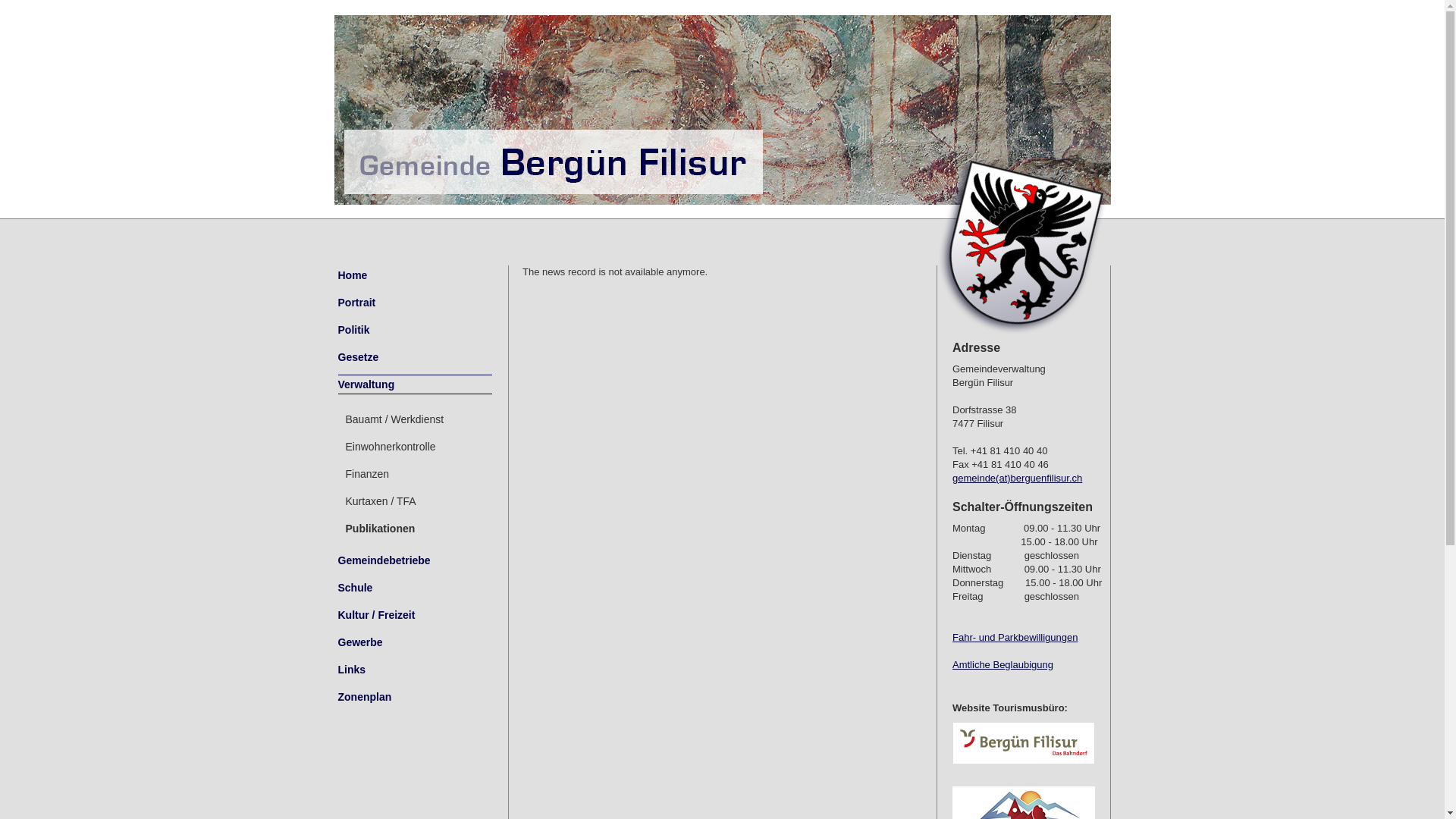 The width and height of the screenshot is (1456, 819). Describe the element at coordinates (1015, 637) in the screenshot. I see `'Fahr- und Parkbewilligungen'` at that location.